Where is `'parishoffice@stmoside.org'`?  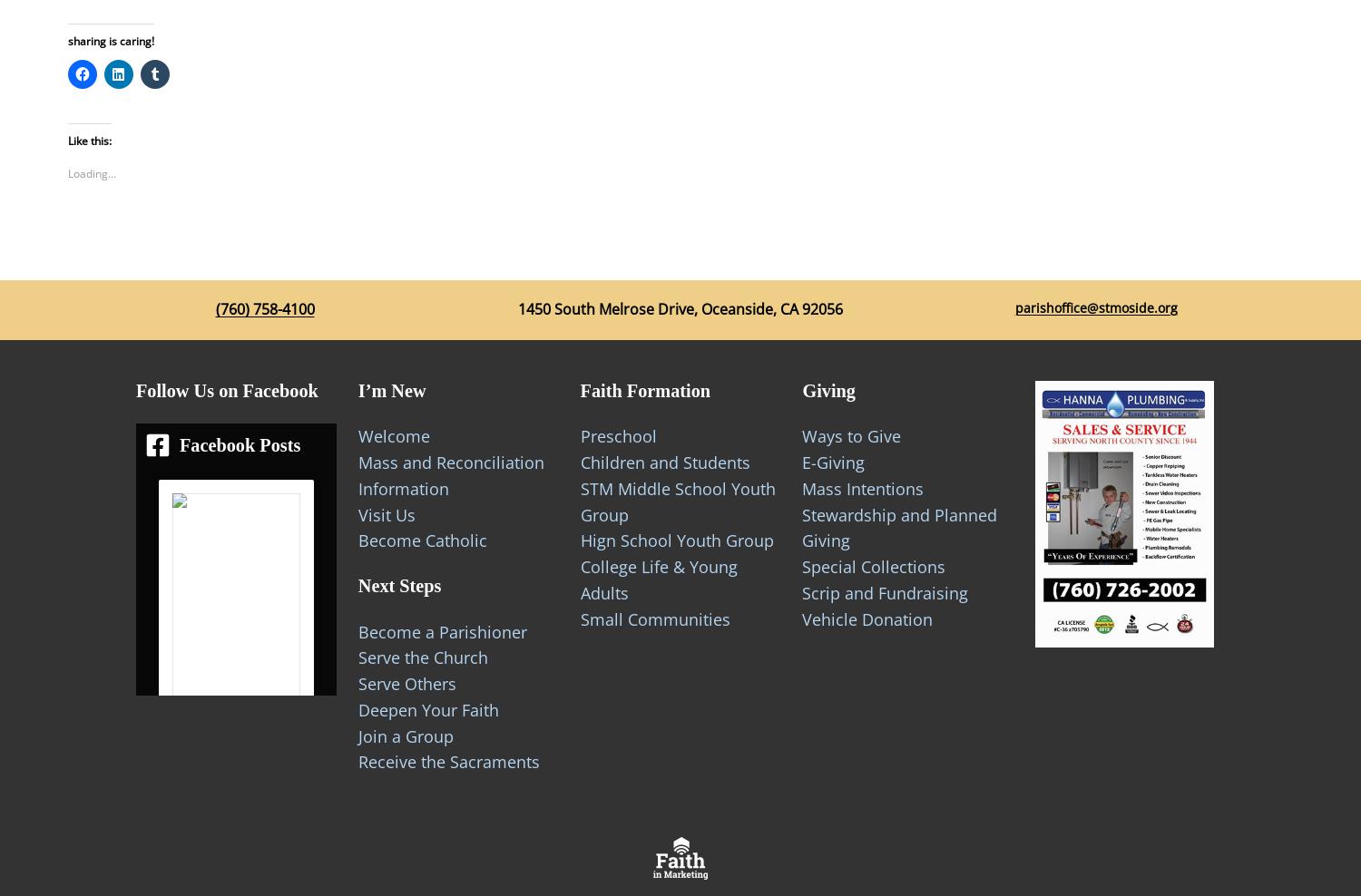 'parishoffice@stmoside.org' is located at coordinates (1094, 307).